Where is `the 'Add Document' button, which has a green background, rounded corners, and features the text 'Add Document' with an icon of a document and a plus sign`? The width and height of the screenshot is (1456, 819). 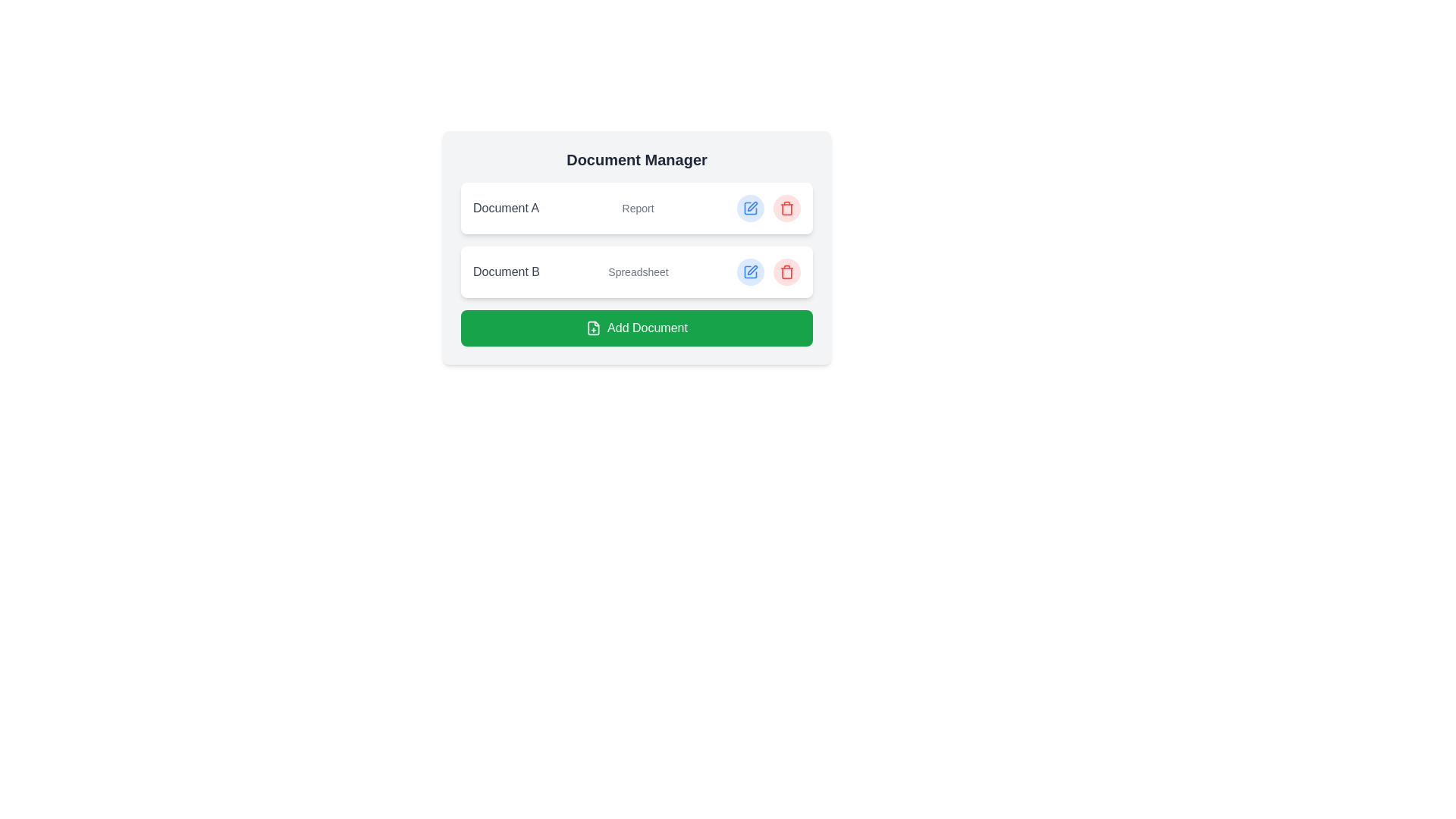 the 'Add Document' button, which has a green background, rounded corners, and features the text 'Add Document' with an icon of a document and a plus sign is located at coordinates (637, 327).